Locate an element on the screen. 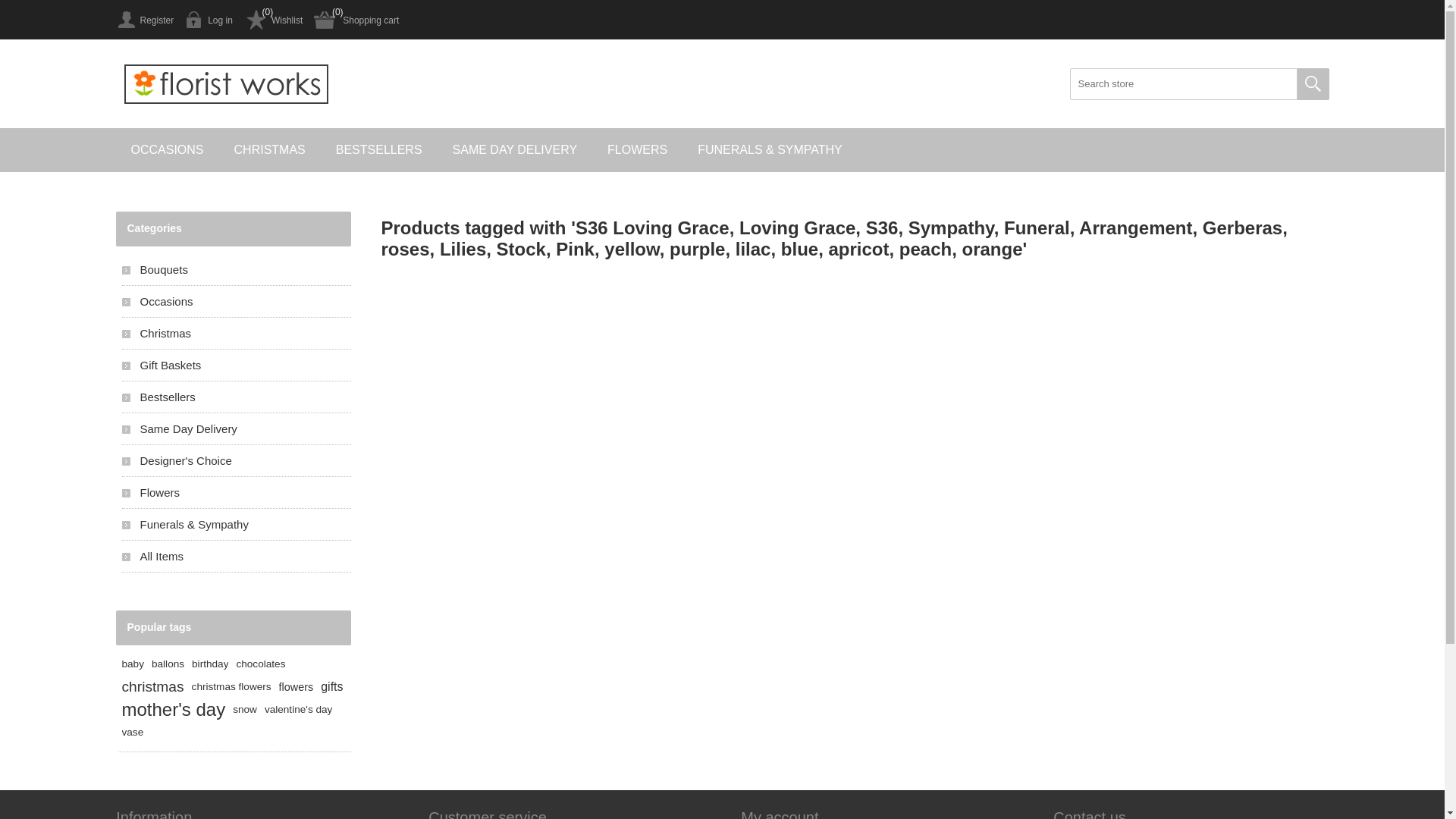 The image size is (1456, 819). 'chocolates' is located at coordinates (260, 663).